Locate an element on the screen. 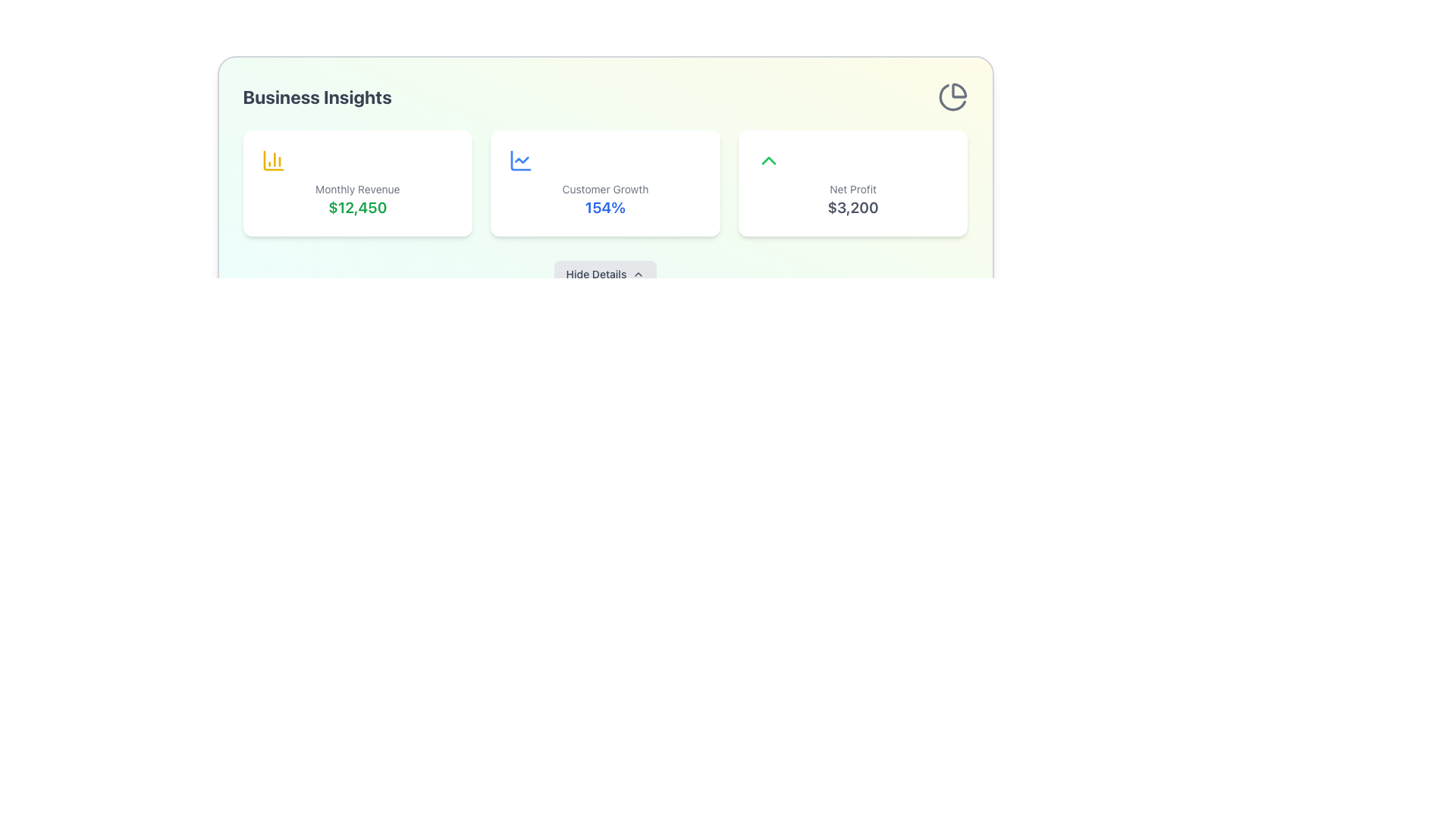  the icon representing statistical growth located in the 'Business Insights' section, positioned above the 'Customer Growth' label and the percentage '154%.' is located at coordinates (521, 161).